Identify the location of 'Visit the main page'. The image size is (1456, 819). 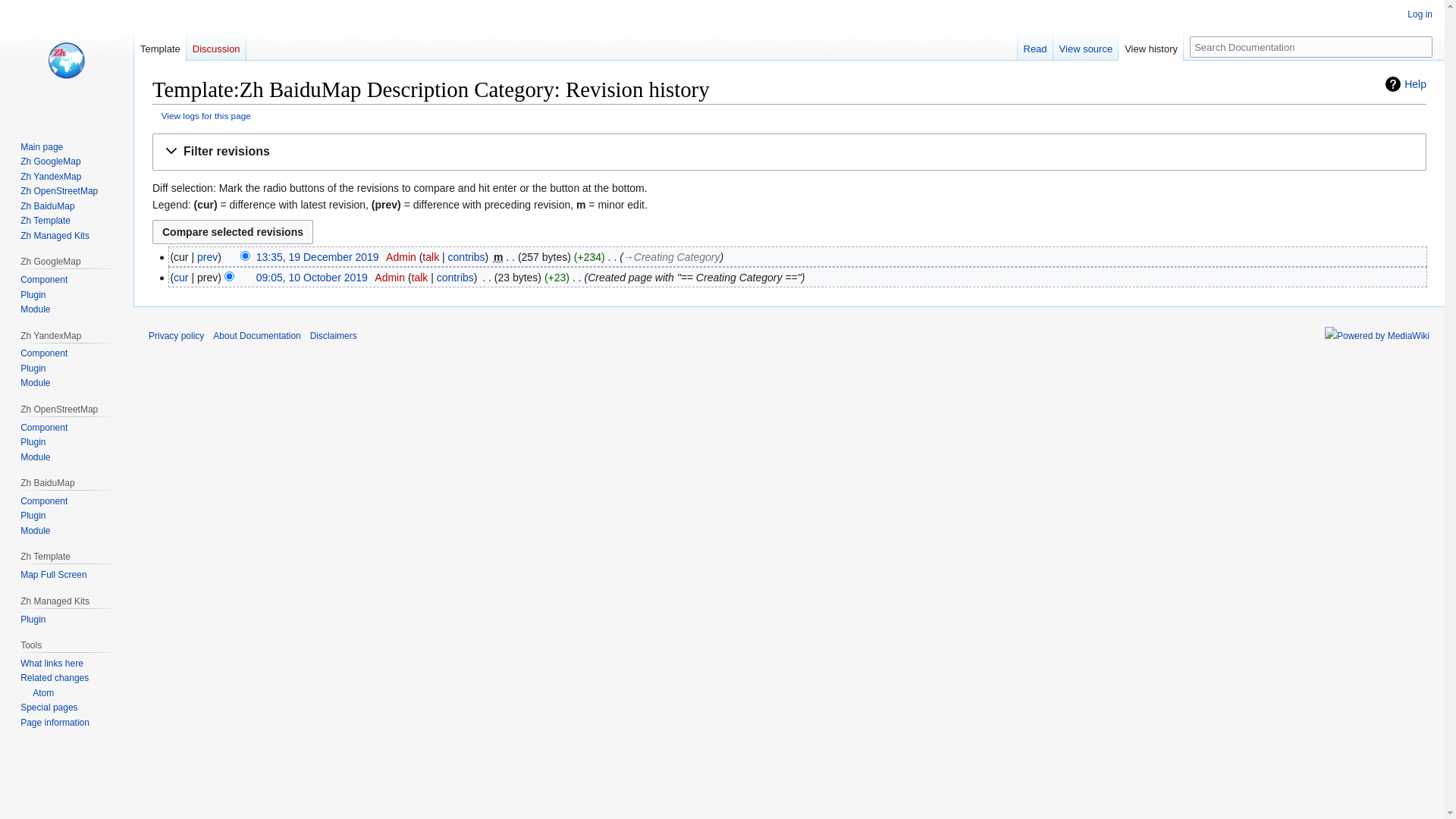
(65, 60).